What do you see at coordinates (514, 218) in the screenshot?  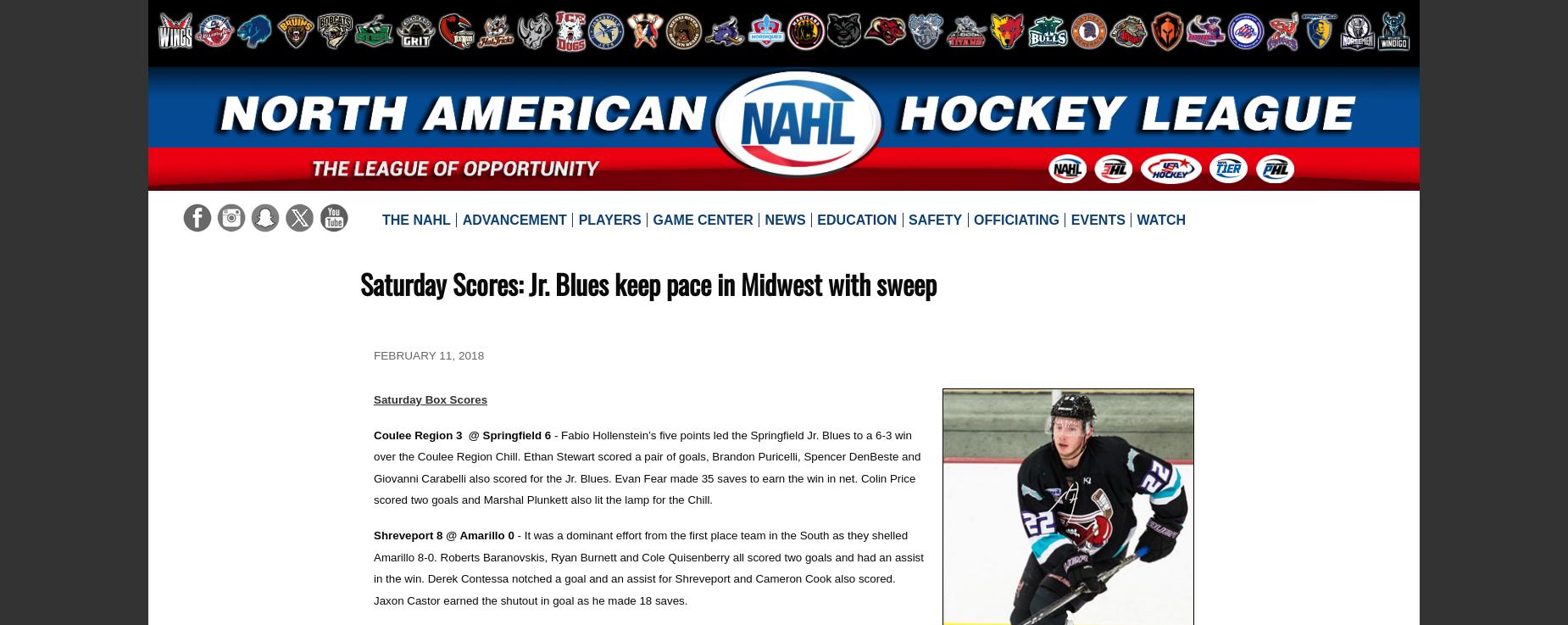 I see `'Advancement'` at bounding box center [514, 218].